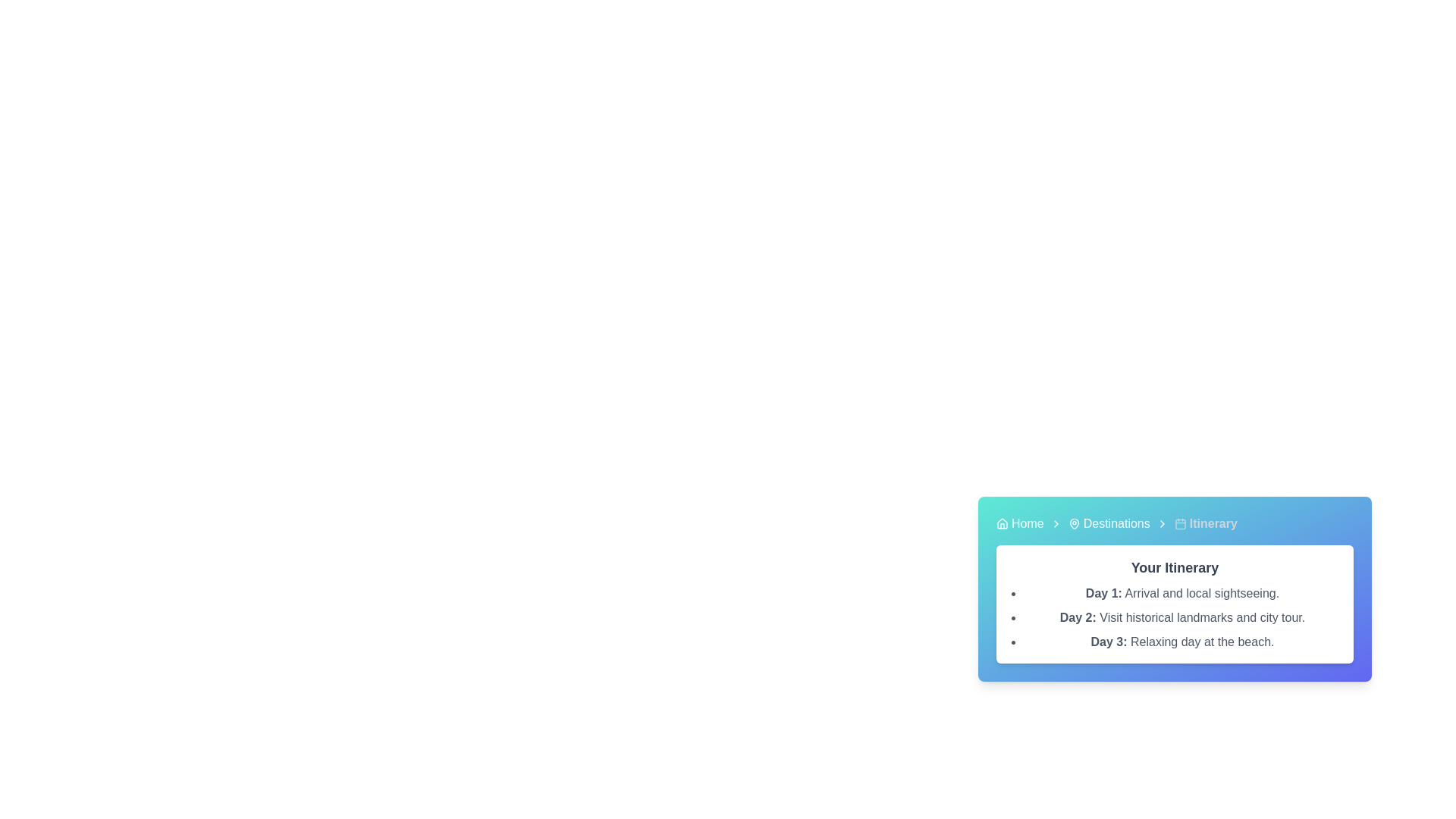  What do you see at coordinates (1116, 522) in the screenshot?
I see `the second link` at bounding box center [1116, 522].